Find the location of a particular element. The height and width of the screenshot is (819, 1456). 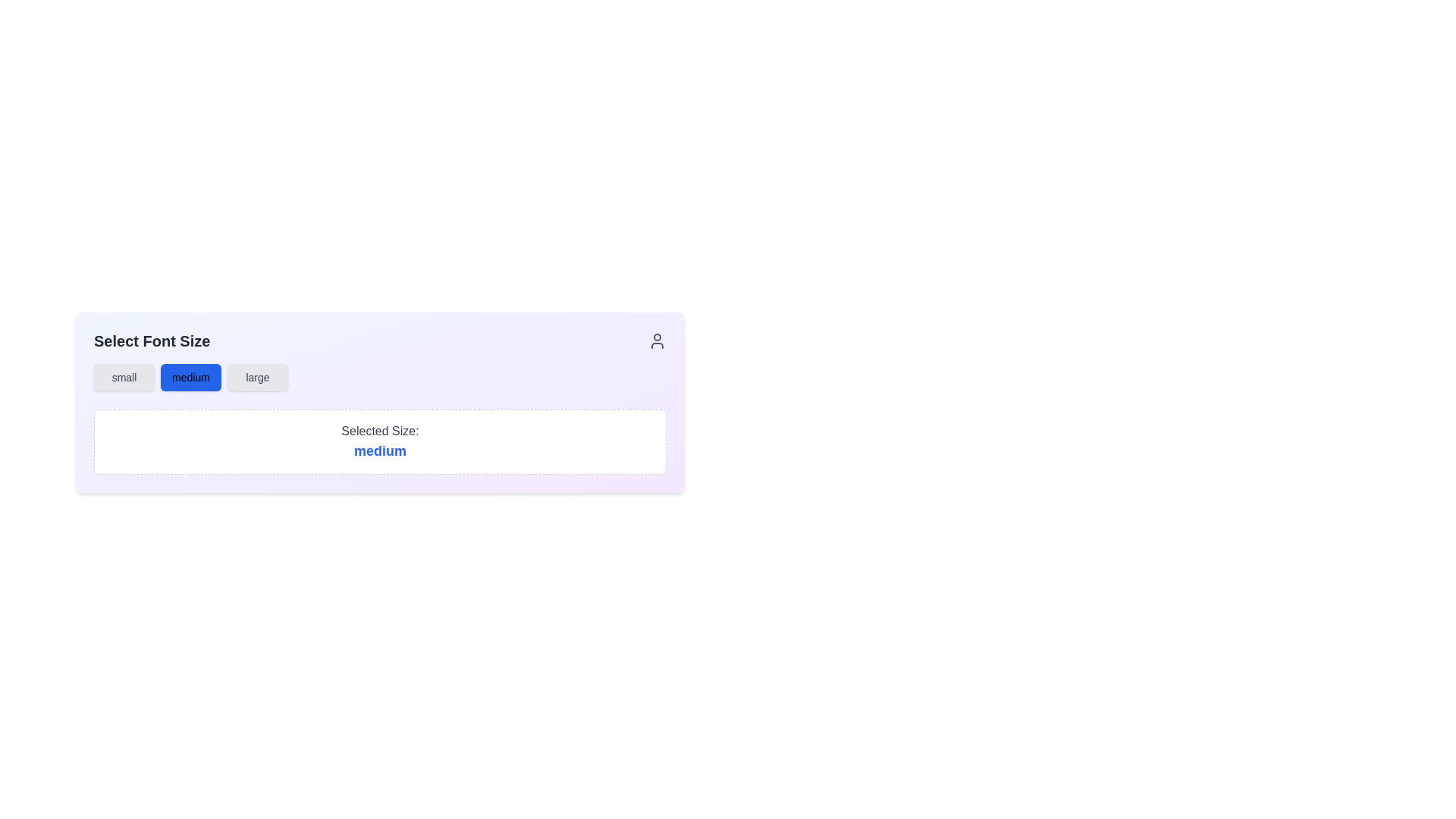

the informational display box that shows 'Selected Size: medium' with a white background and dashed gray borders is located at coordinates (380, 441).